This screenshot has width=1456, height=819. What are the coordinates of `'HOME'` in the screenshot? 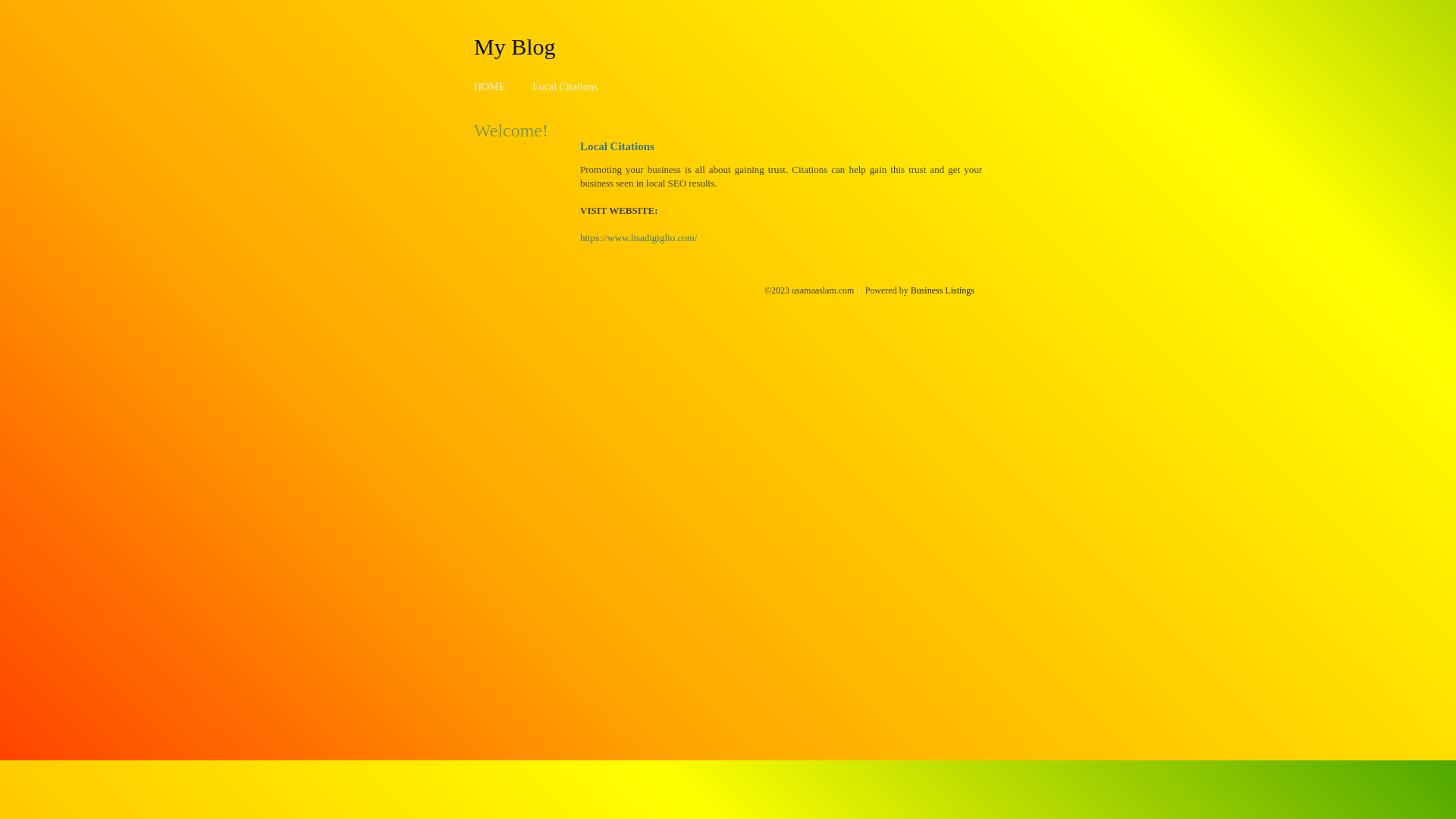 It's located at (489, 86).